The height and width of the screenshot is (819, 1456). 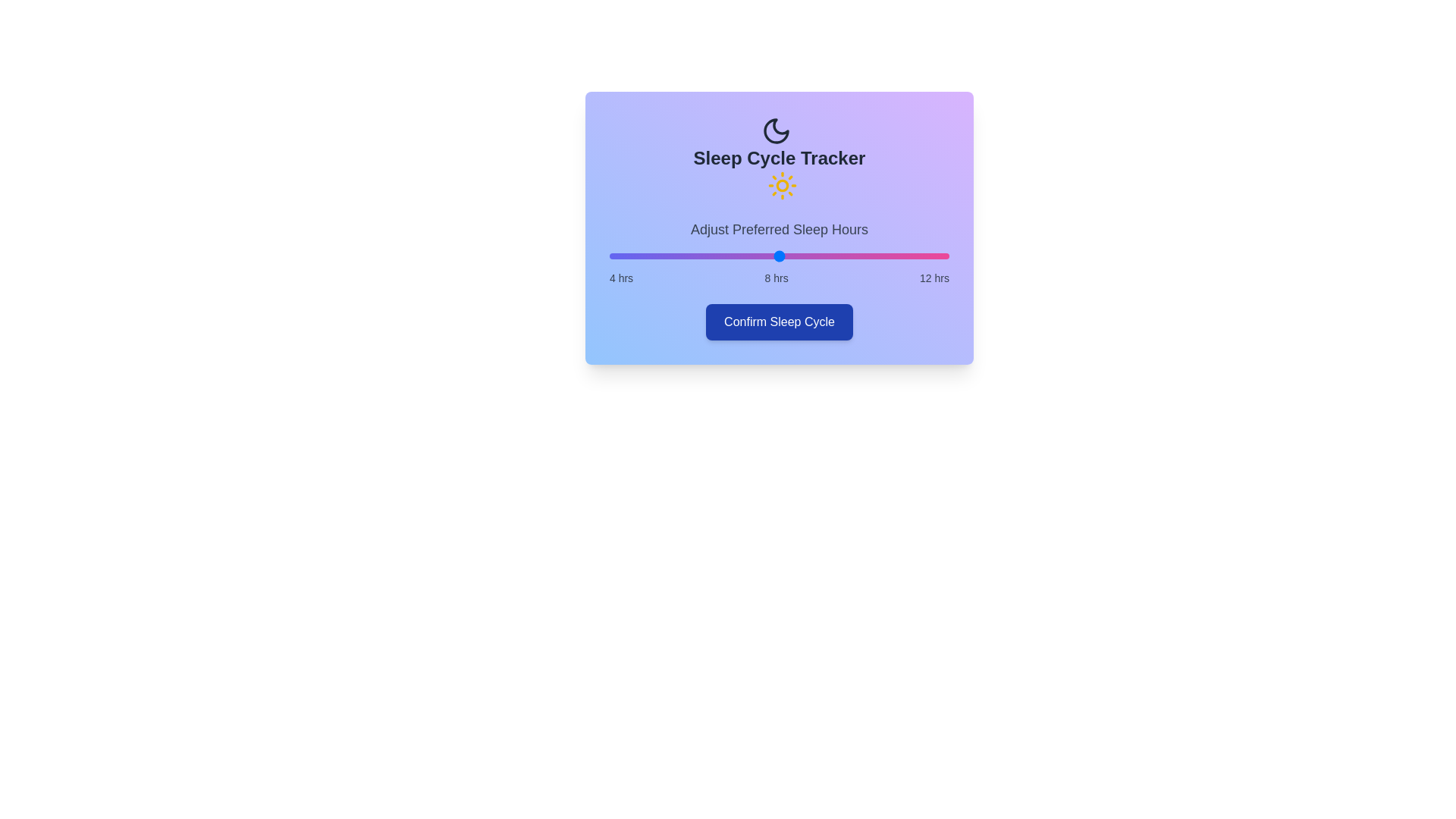 What do you see at coordinates (821, 256) in the screenshot?
I see `the sleep hours to 9 using the slider` at bounding box center [821, 256].